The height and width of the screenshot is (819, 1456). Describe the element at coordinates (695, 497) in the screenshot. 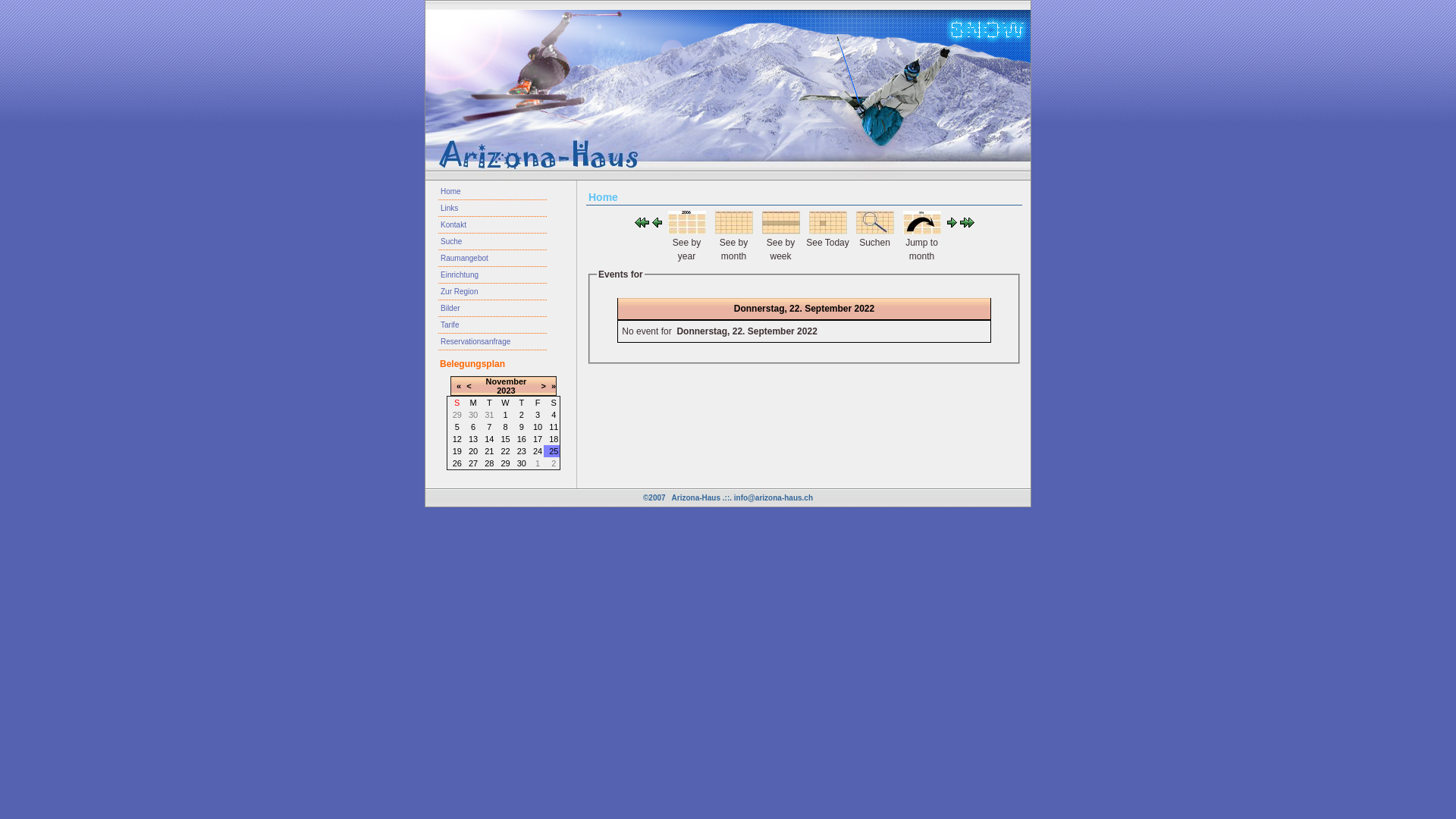

I see `'Arizona-Haus'` at that location.